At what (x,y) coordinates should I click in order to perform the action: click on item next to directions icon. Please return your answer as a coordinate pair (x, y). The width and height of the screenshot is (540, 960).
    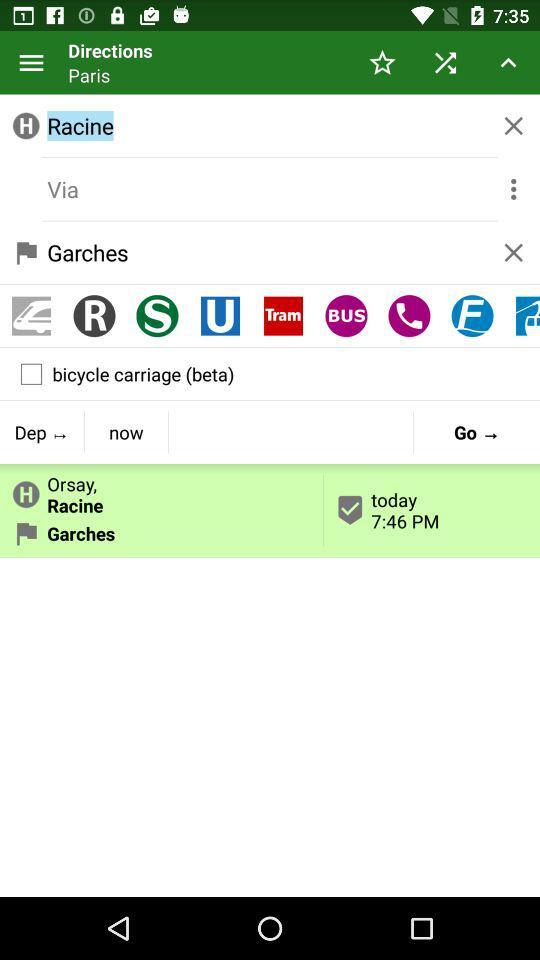
    Looking at the image, I should click on (30, 62).